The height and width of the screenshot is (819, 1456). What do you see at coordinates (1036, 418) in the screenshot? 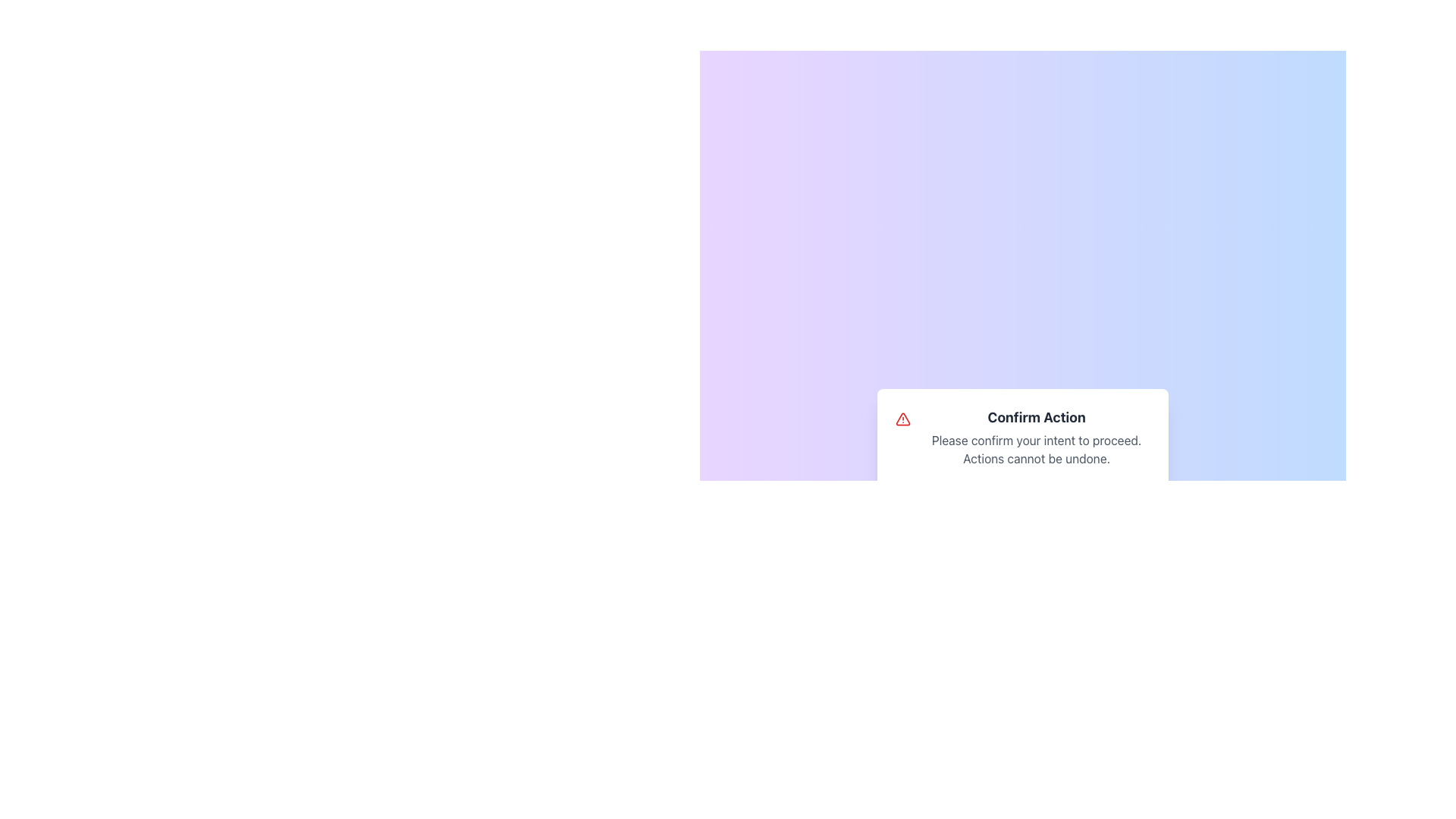
I see `the header text element labeled 'Confirm Action', which is styled in bold, larger dark gray font and positioned at the top-center of the modal dialog box` at bounding box center [1036, 418].